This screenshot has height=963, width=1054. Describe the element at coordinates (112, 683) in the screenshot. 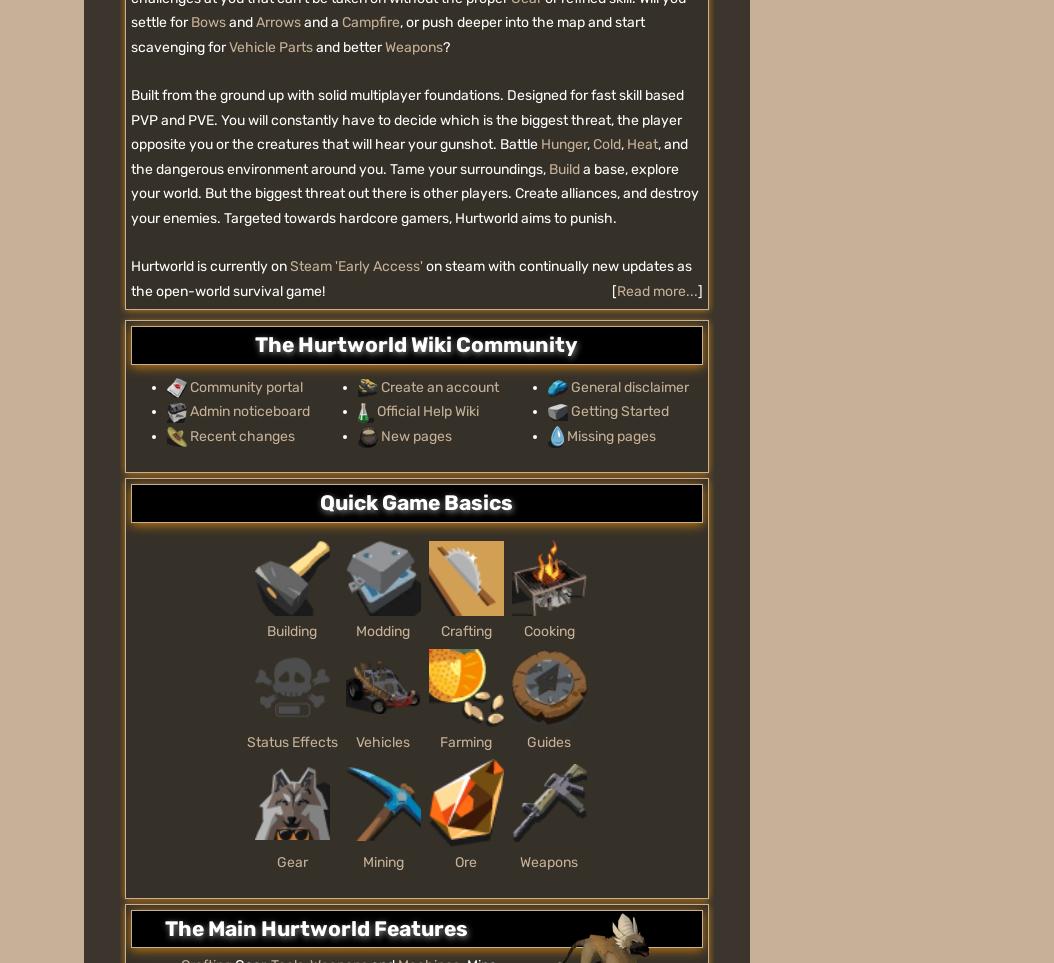

I see `'Media Kit'` at that location.